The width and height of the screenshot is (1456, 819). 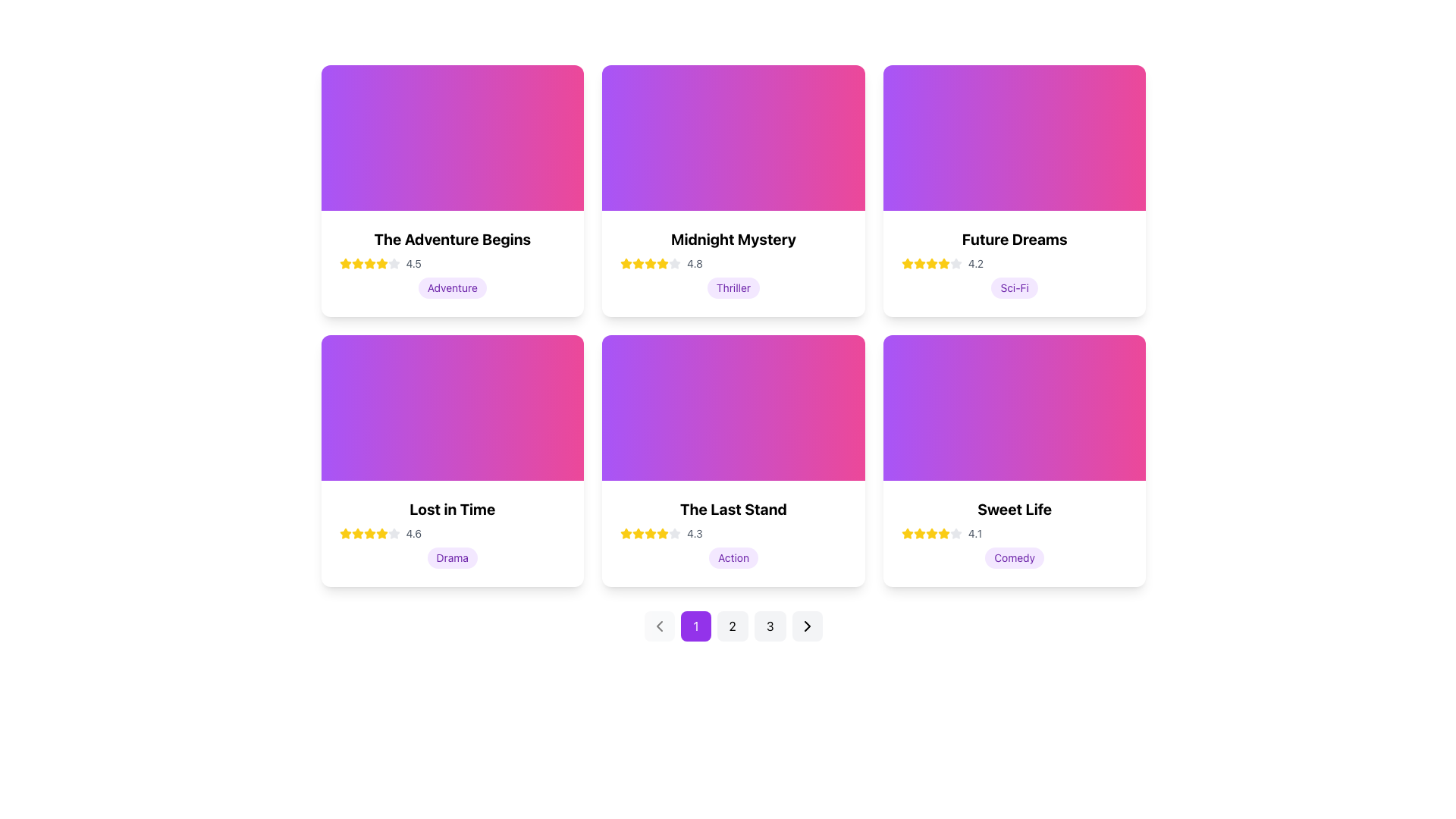 What do you see at coordinates (930, 533) in the screenshot?
I see `the fourth filled star icon in the rating sequence for the 'Sweet Life' card` at bounding box center [930, 533].